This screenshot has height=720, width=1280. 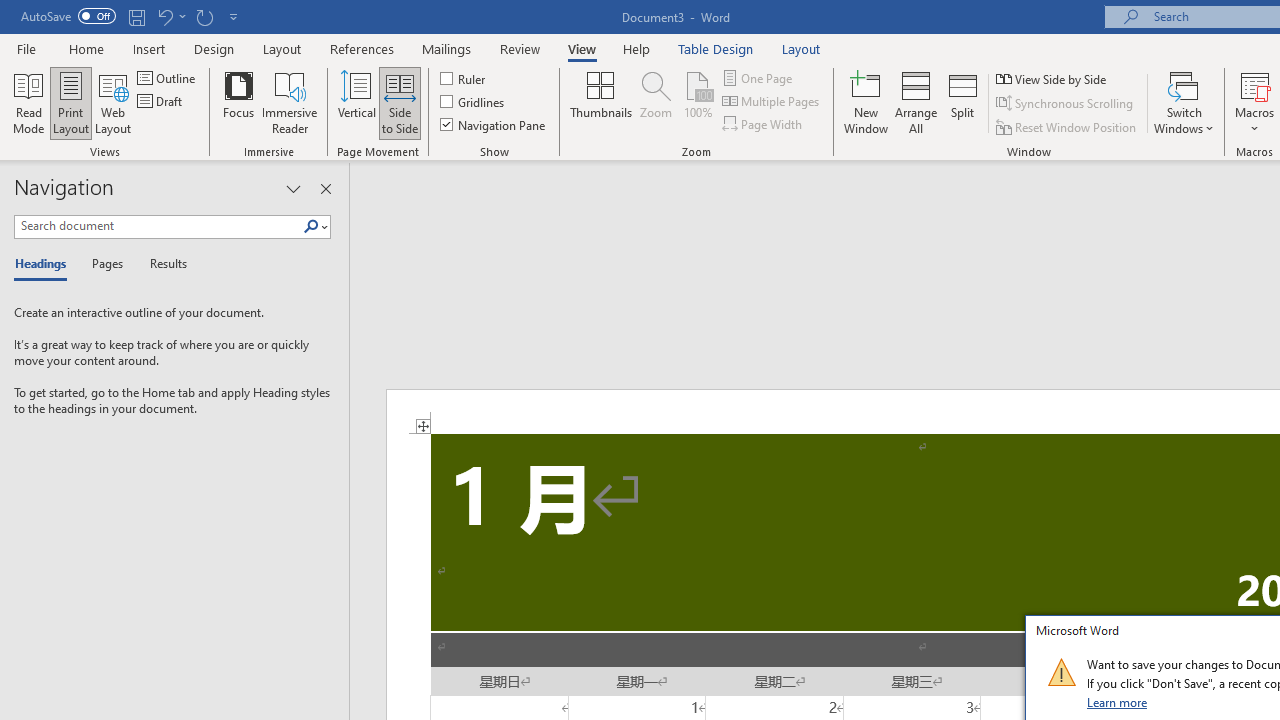 What do you see at coordinates (1117, 701) in the screenshot?
I see `'Learn more'` at bounding box center [1117, 701].